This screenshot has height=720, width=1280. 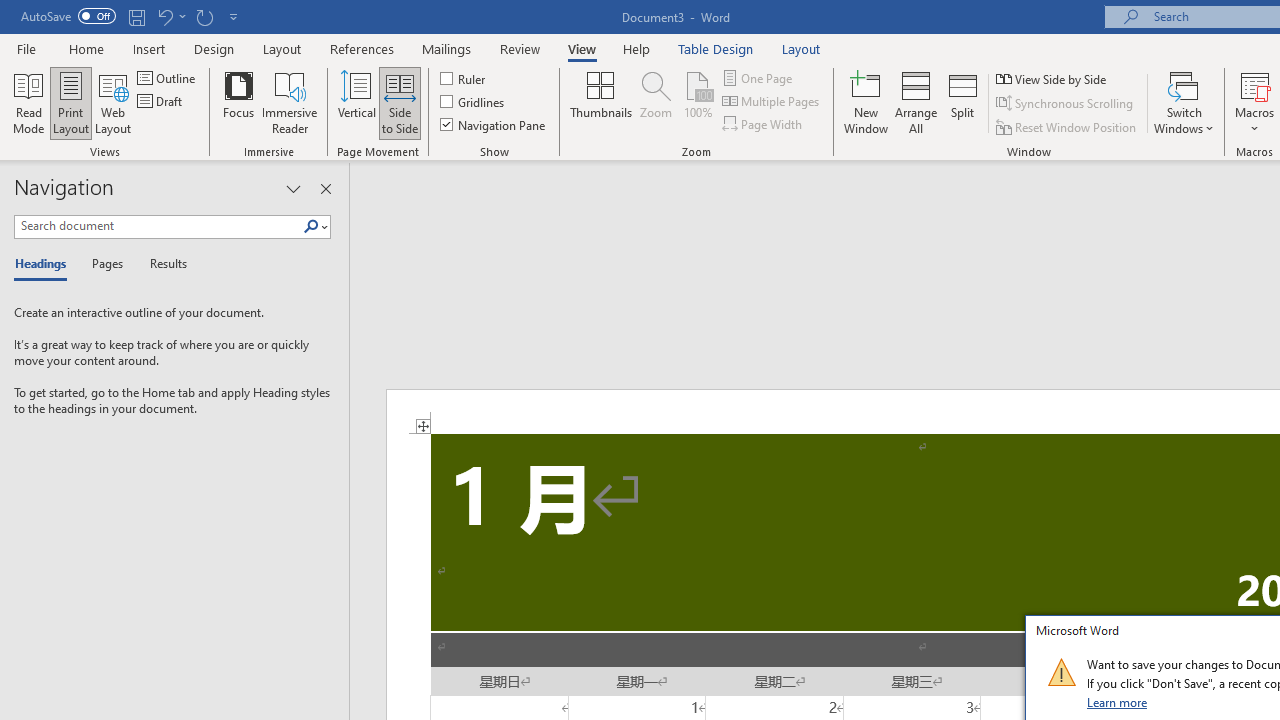 What do you see at coordinates (1117, 701) in the screenshot?
I see `'Learn more'` at bounding box center [1117, 701].